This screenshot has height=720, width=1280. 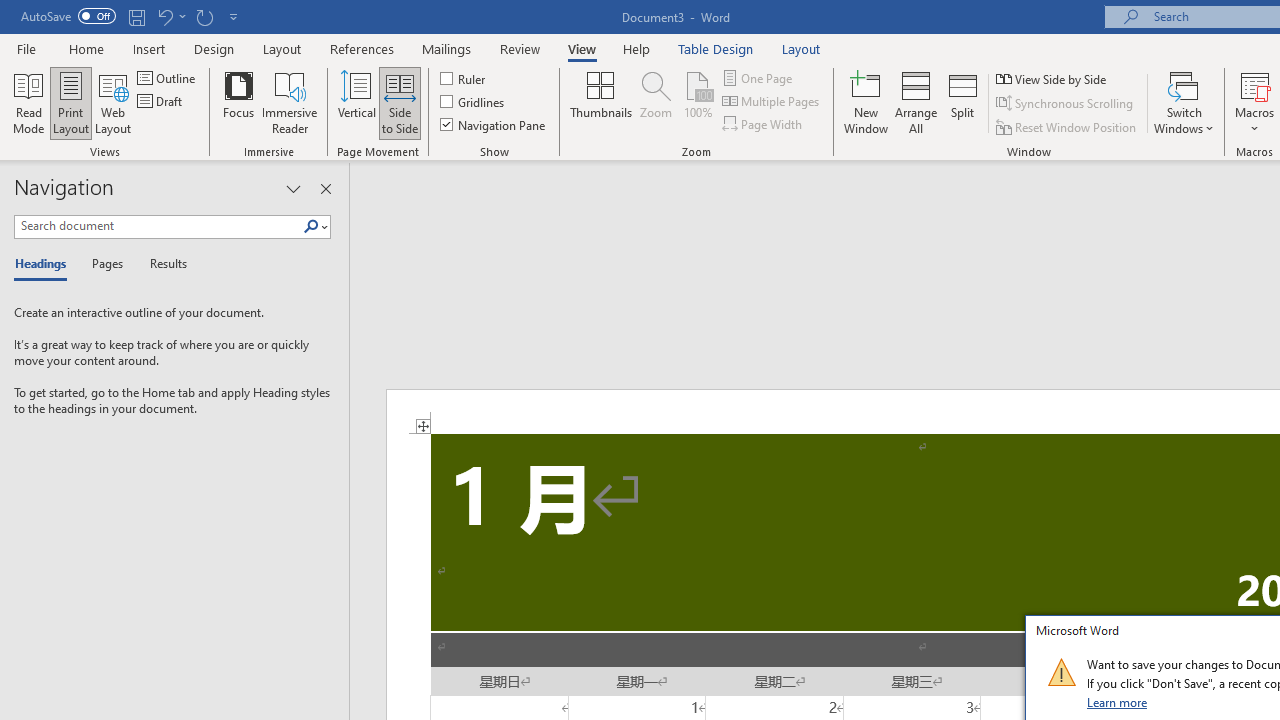 What do you see at coordinates (1117, 701) in the screenshot?
I see `'Learn more'` at bounding box center [1117, 701].